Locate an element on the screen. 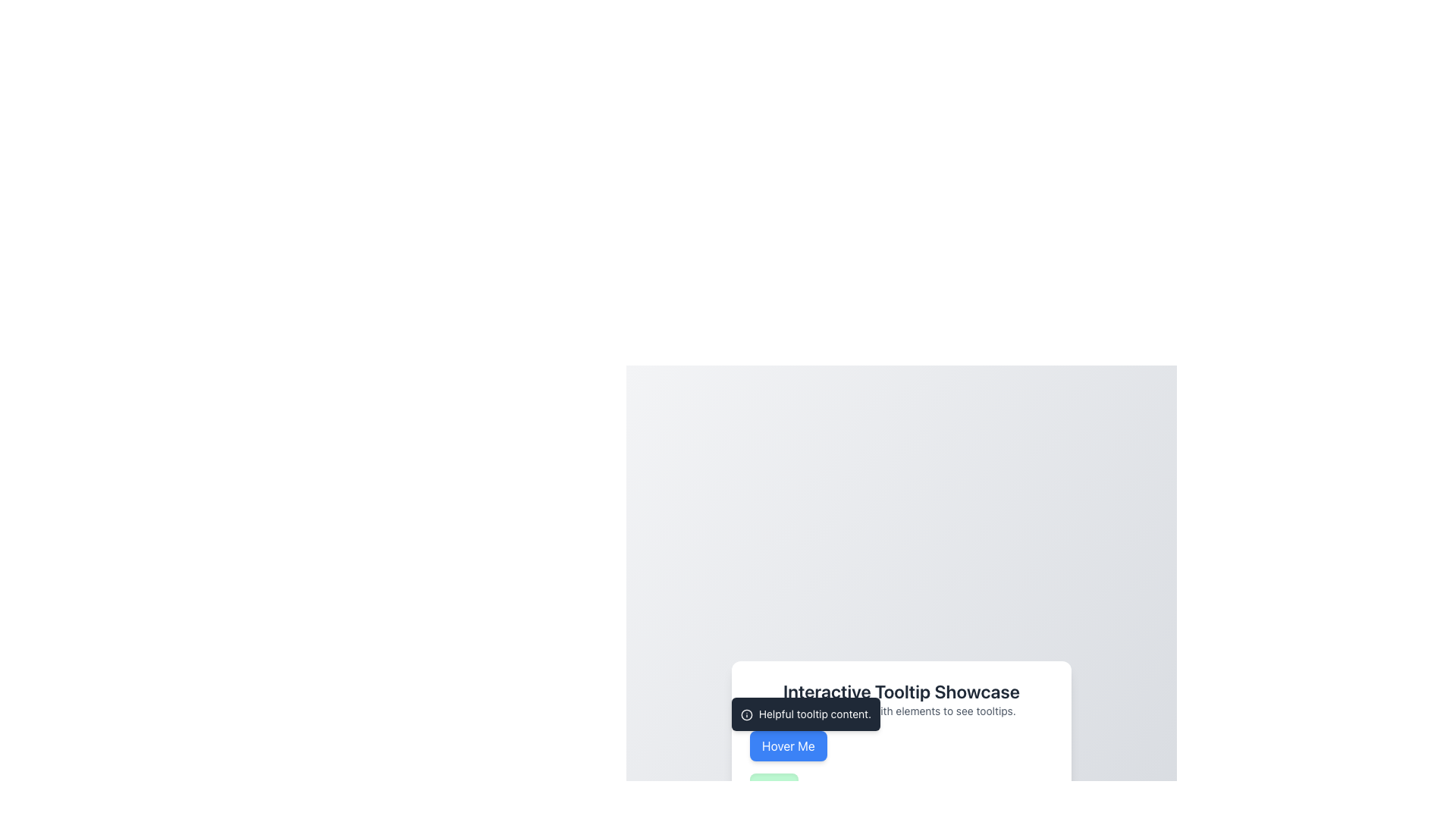 This screenshot has height=819, width=1456. text element that says 'Hover or interact with elements to see tooltips.' located beneath the 'Interactive Tooltip Showcase' header is located at coordinates (902, 711).